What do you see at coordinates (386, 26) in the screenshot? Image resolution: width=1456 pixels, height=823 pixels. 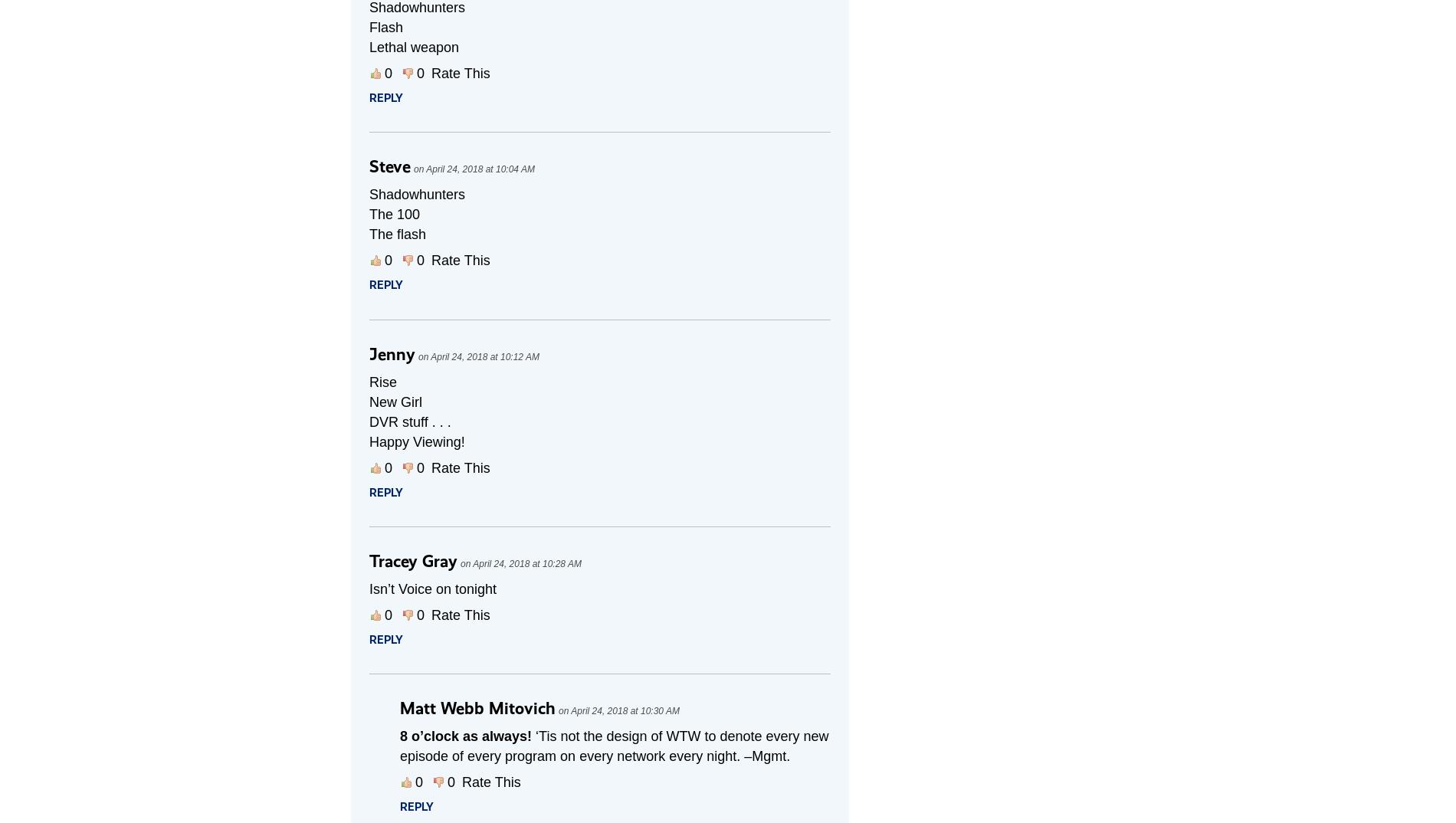 I see `'Flash'` at bounding box center [386, 26].